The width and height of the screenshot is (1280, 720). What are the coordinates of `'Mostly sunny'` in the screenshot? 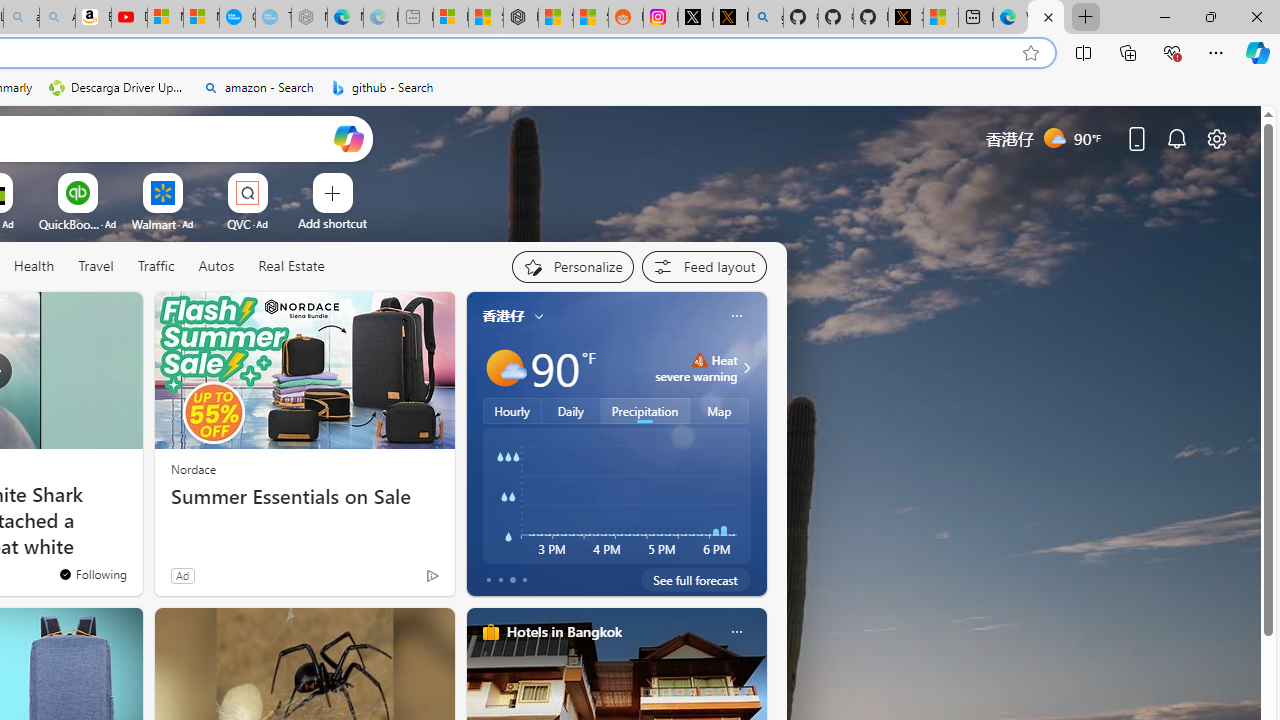 It's located at (504, 368).